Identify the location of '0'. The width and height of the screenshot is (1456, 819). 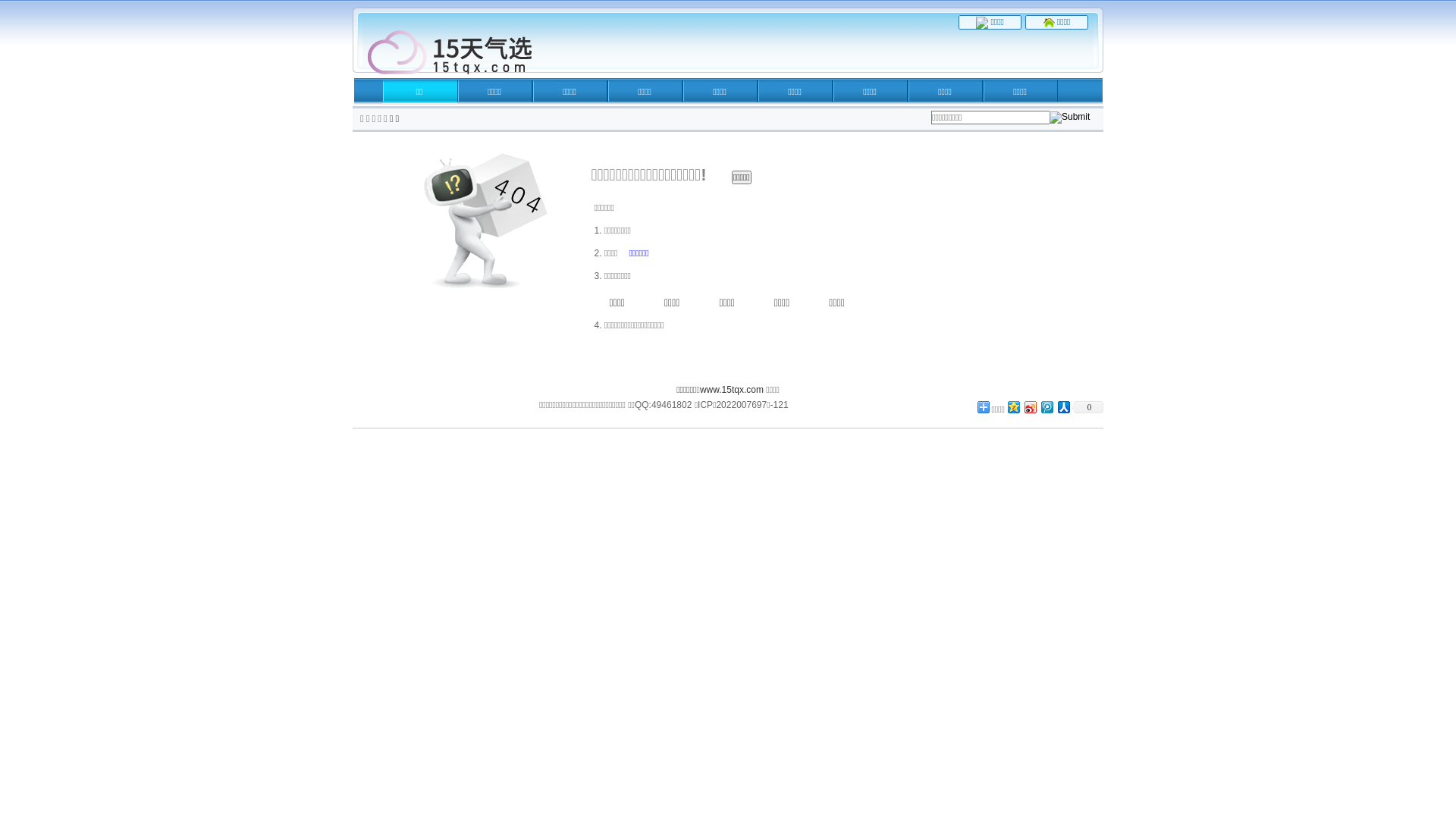
(1087, 406).